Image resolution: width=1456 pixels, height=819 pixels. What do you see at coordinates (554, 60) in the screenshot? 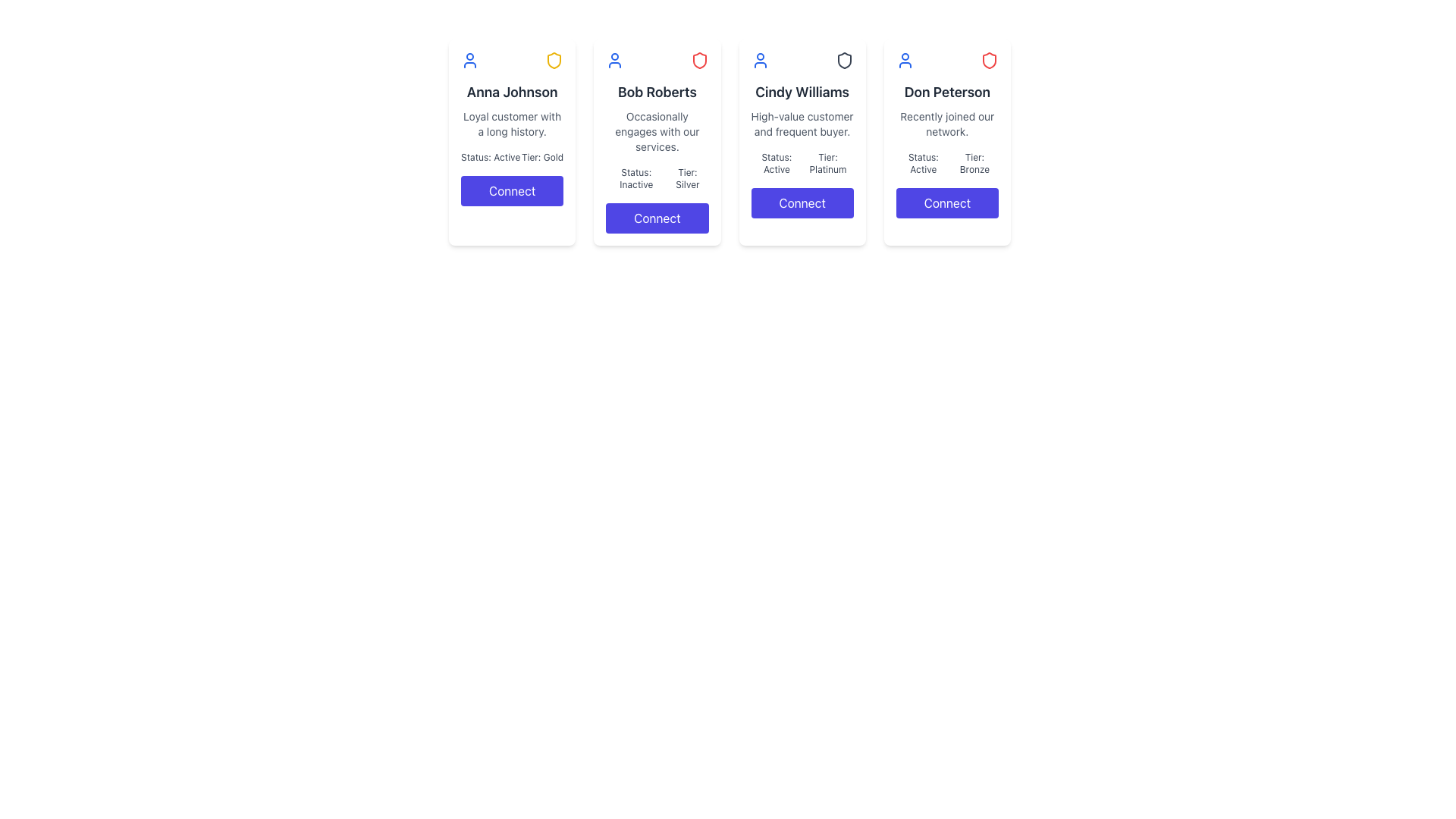
I see `the shield icon located at the top-right corner of Anna Johnson's card, which serves as a visual indicator of status or tier, emphasizing exclusivity or protection` at bounding box center [554, 60].